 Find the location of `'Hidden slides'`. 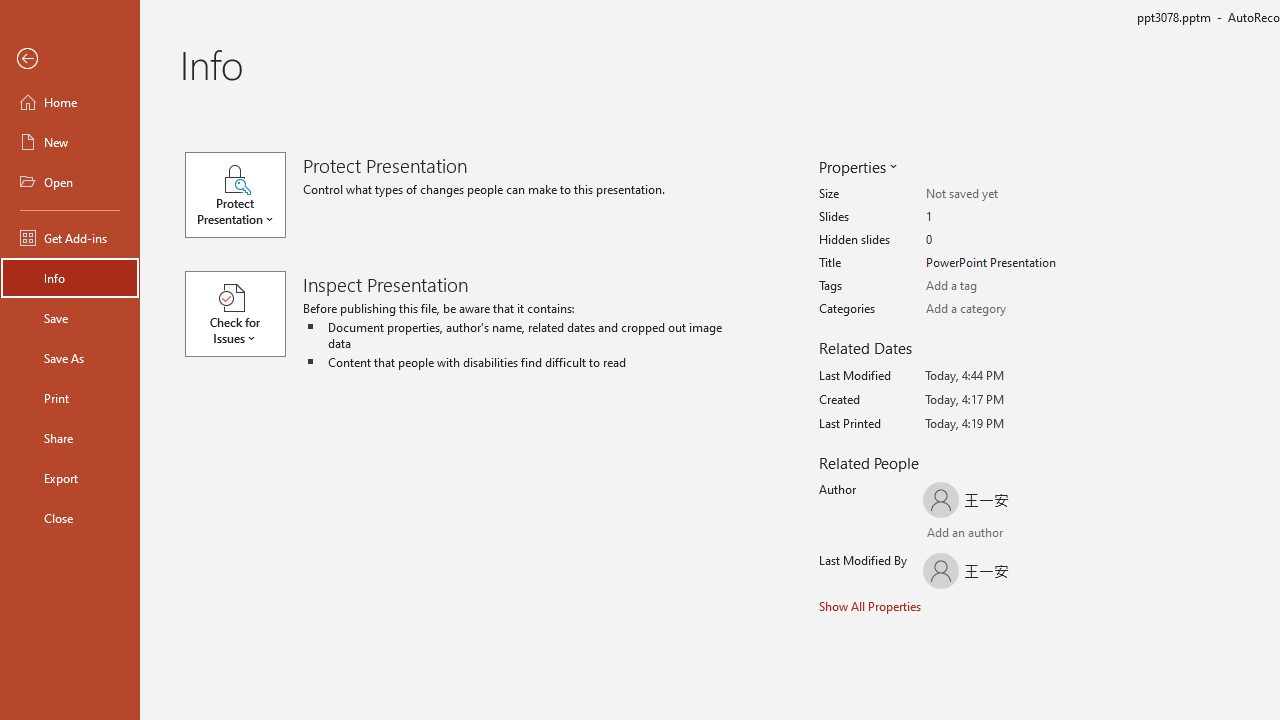

'Hidden slides' is located at coordinates (1004, 239).